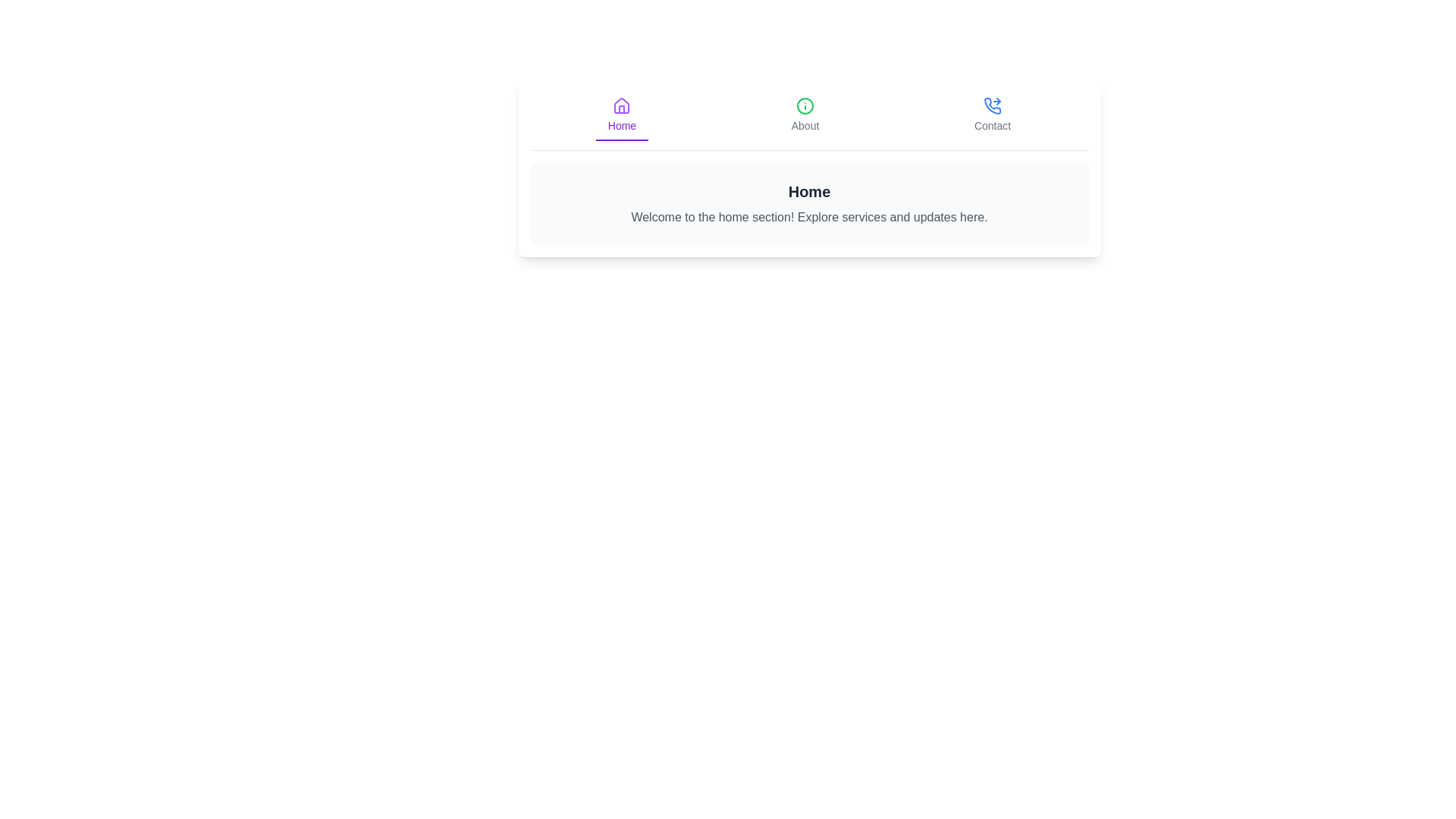 This screenshot has width=1456, height=819. What do you see at coordinates (804, 115) in the screenshot?
I see `the About tab by clicking its corresponding button` at bounding box center [804, 115].